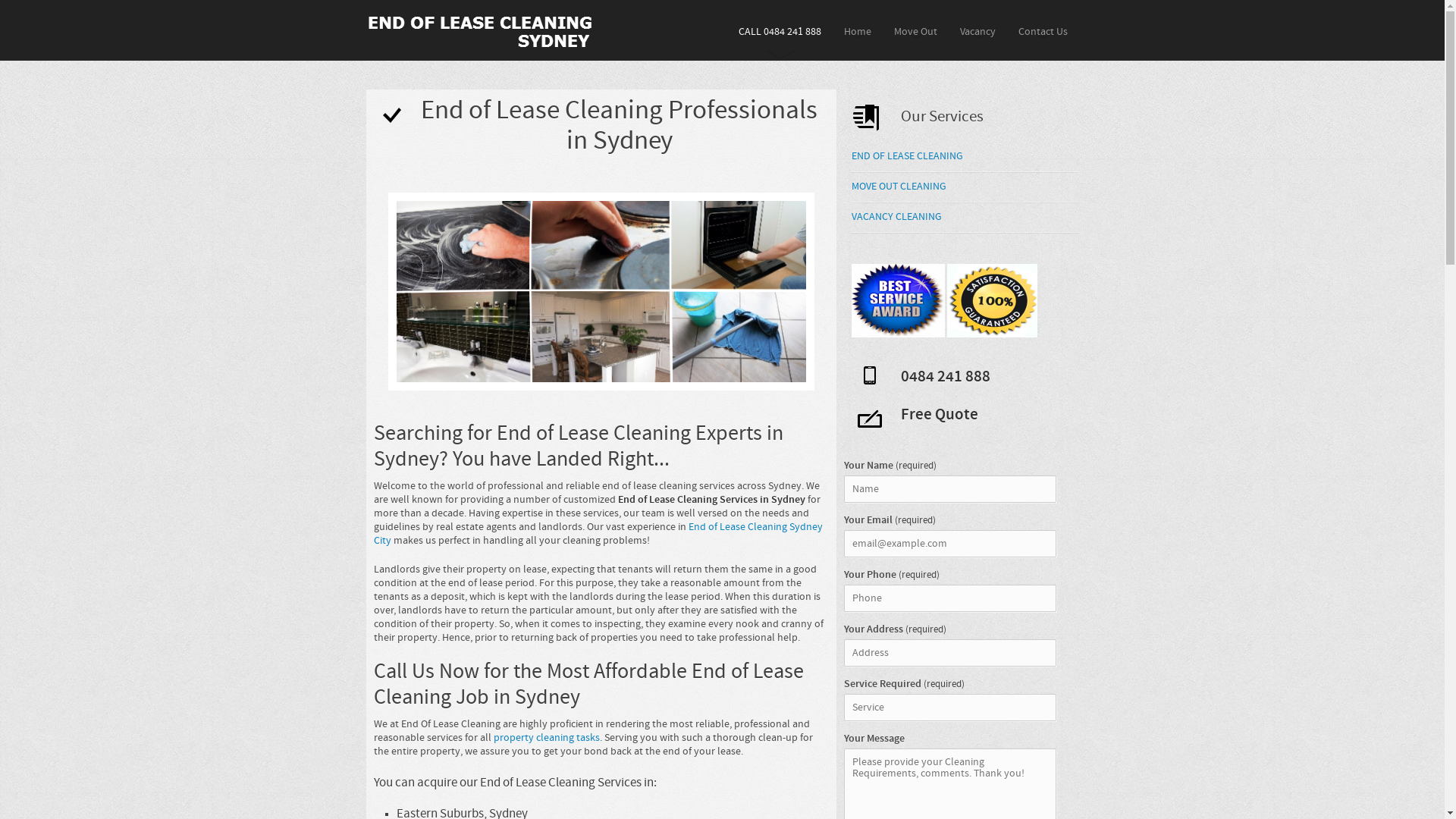  Describe the element at coordinates (858, 29) in the screenshot. I see `'Home'` at that location.